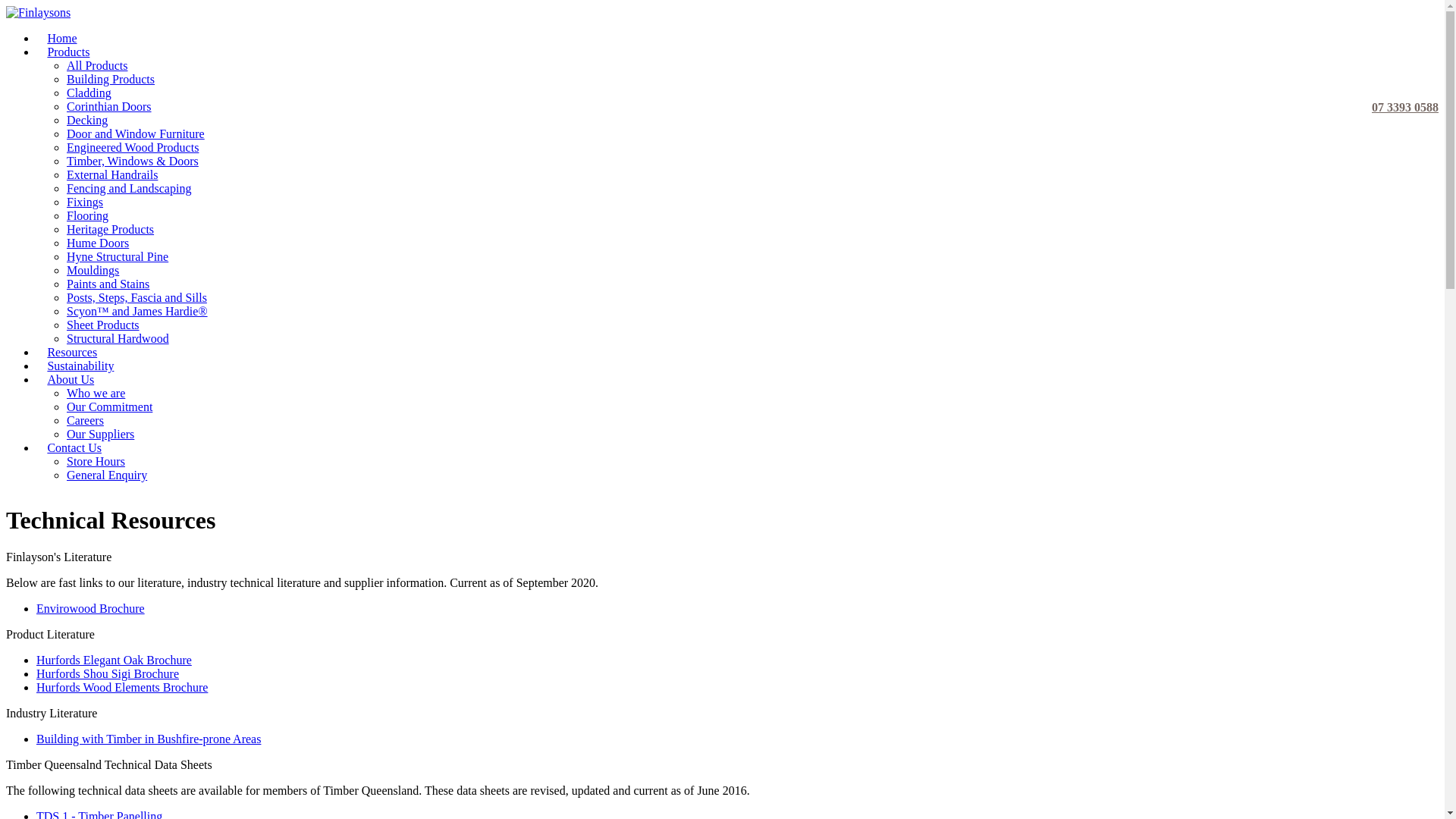 This screenshot has height=819, width=1456. What do you see at coordinates (95, 392) in the screenshot?
I see `'Who we are'` at bounding box center [95, 392].